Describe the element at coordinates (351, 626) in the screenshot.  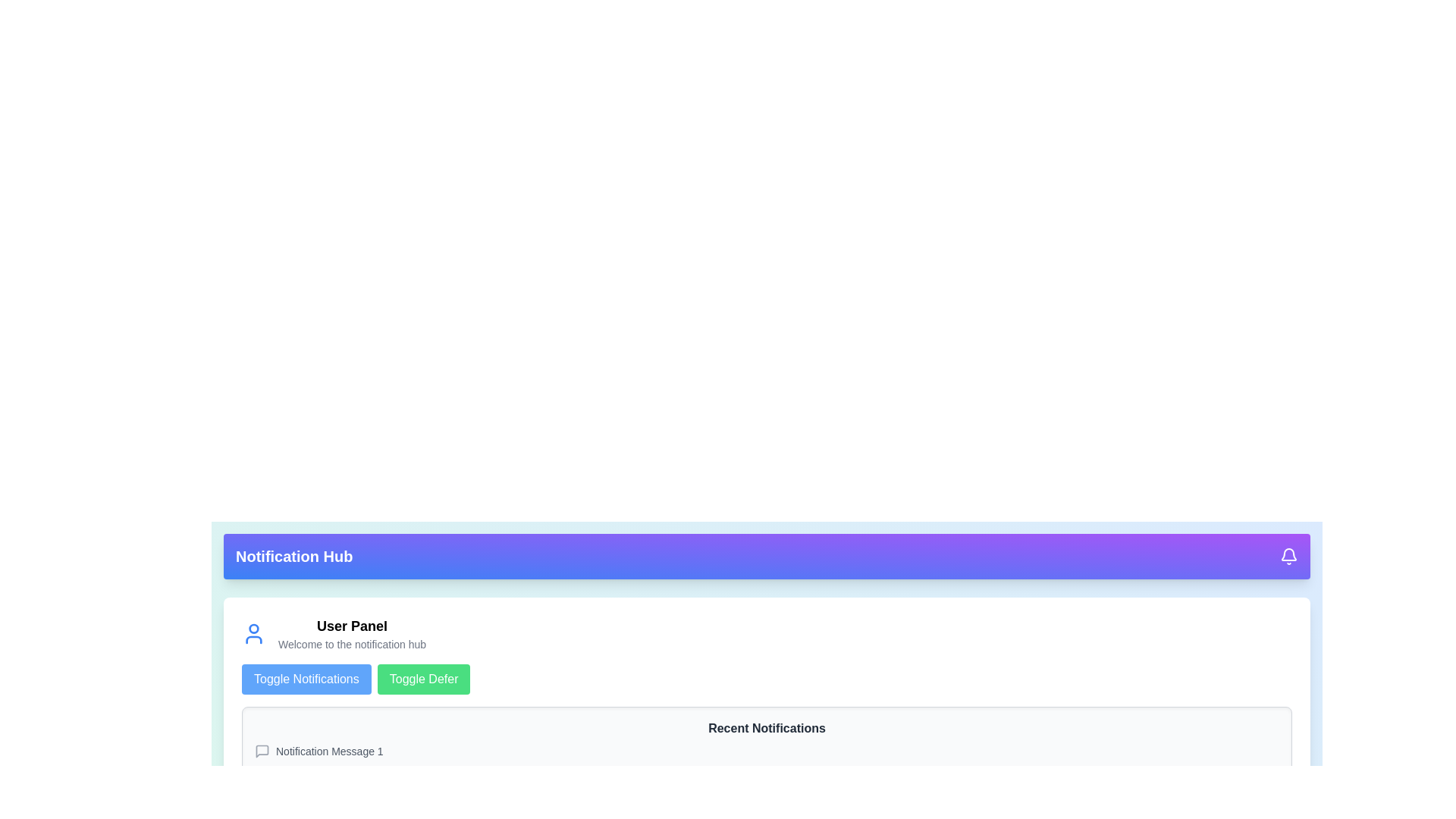
I see `the bold text label 'User Panel' located at the top left area of the section, which is visually distinct with its black color and large font` at that location.